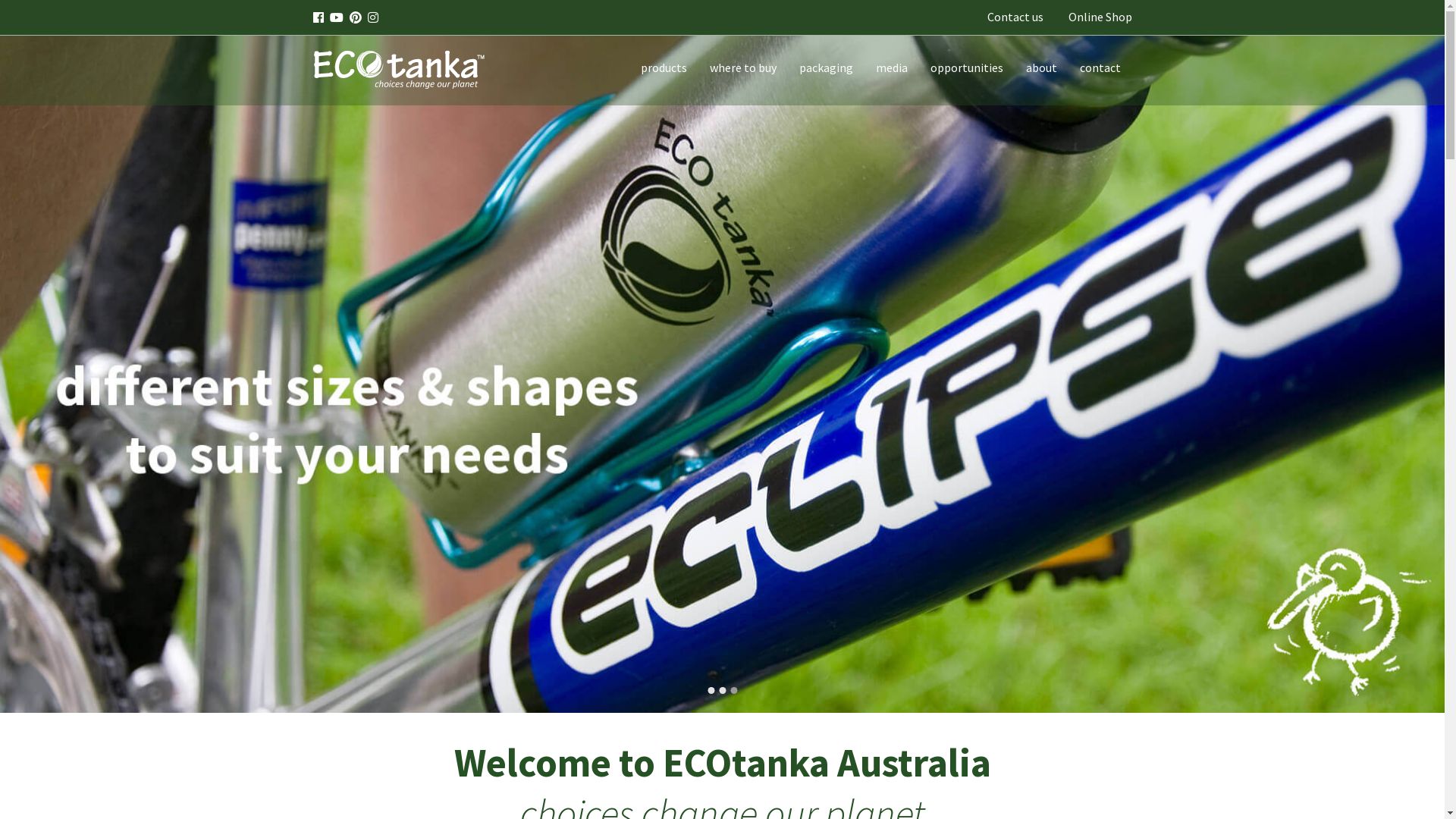 The image size is (1456, 819). What do you see at coordinates (664, 66) in the screenshot?
I see `'products'` at bounding box center [664, 66].